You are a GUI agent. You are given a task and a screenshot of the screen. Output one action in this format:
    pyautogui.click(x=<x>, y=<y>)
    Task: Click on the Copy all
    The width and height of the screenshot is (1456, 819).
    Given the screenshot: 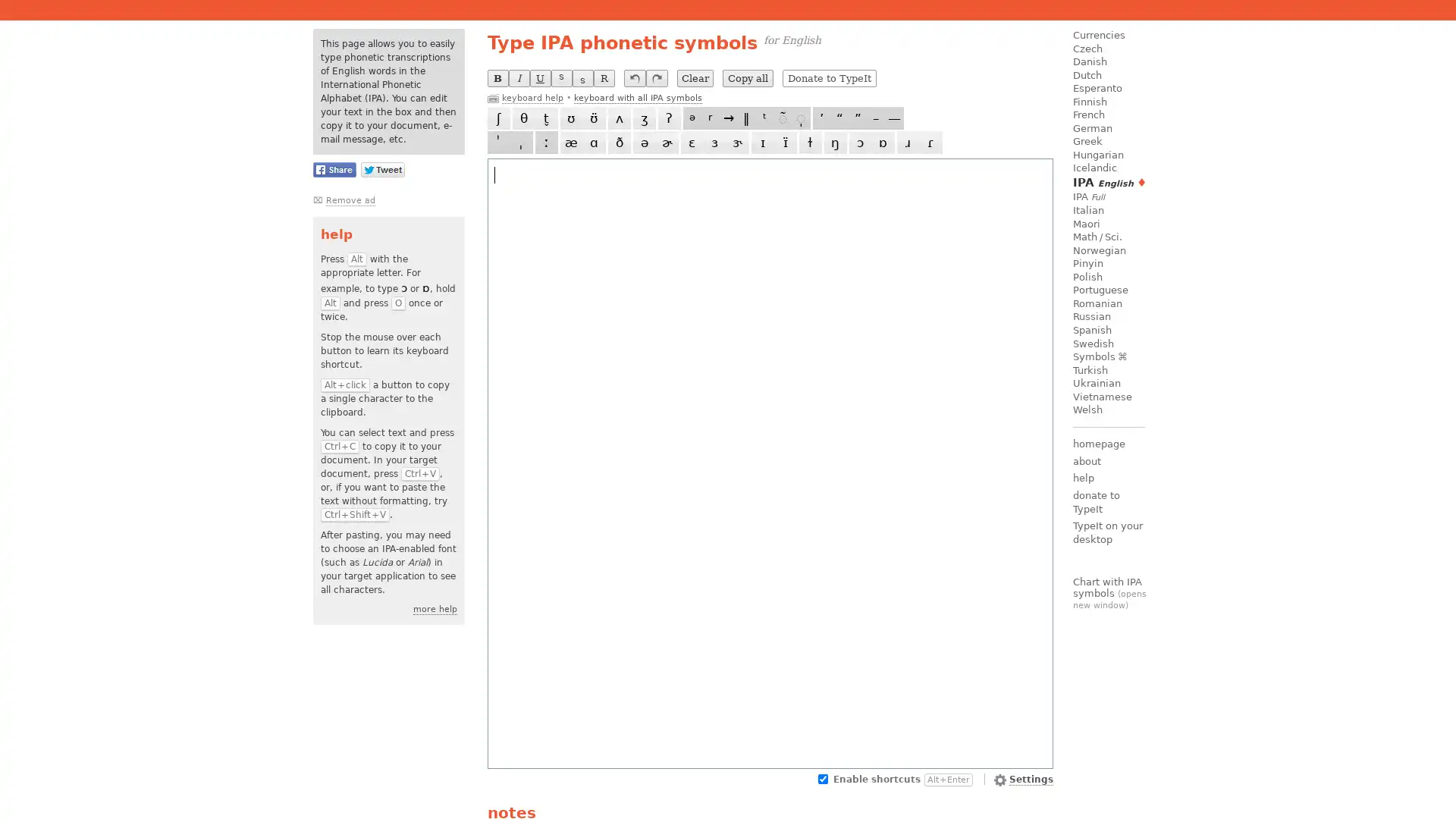 What is the action you would take?
    pyautogui.click(x=747, y=78)
    